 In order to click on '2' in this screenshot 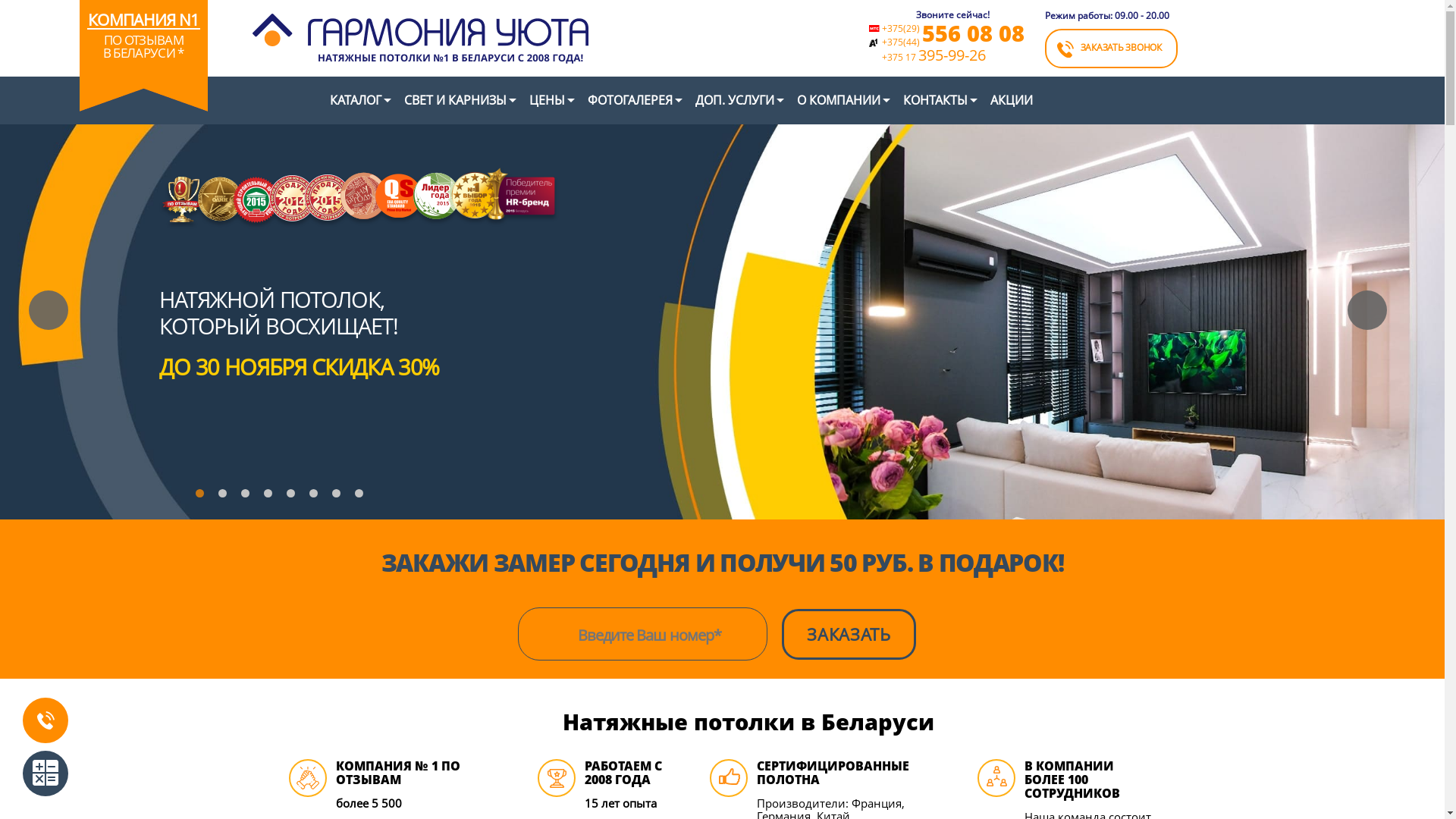, I will do `click(224, 497)`.